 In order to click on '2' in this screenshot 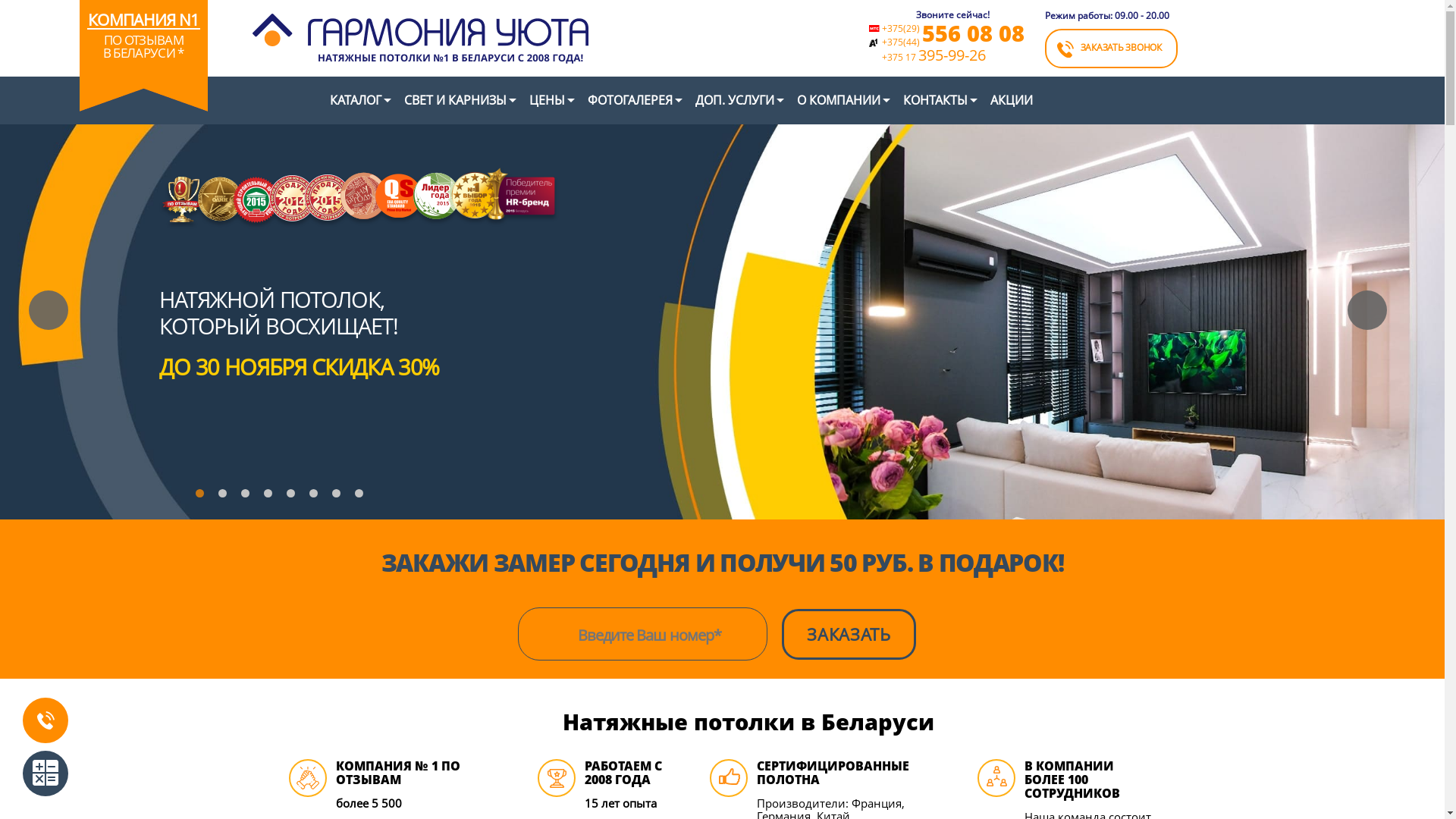, I will do `click(224, 497)`.